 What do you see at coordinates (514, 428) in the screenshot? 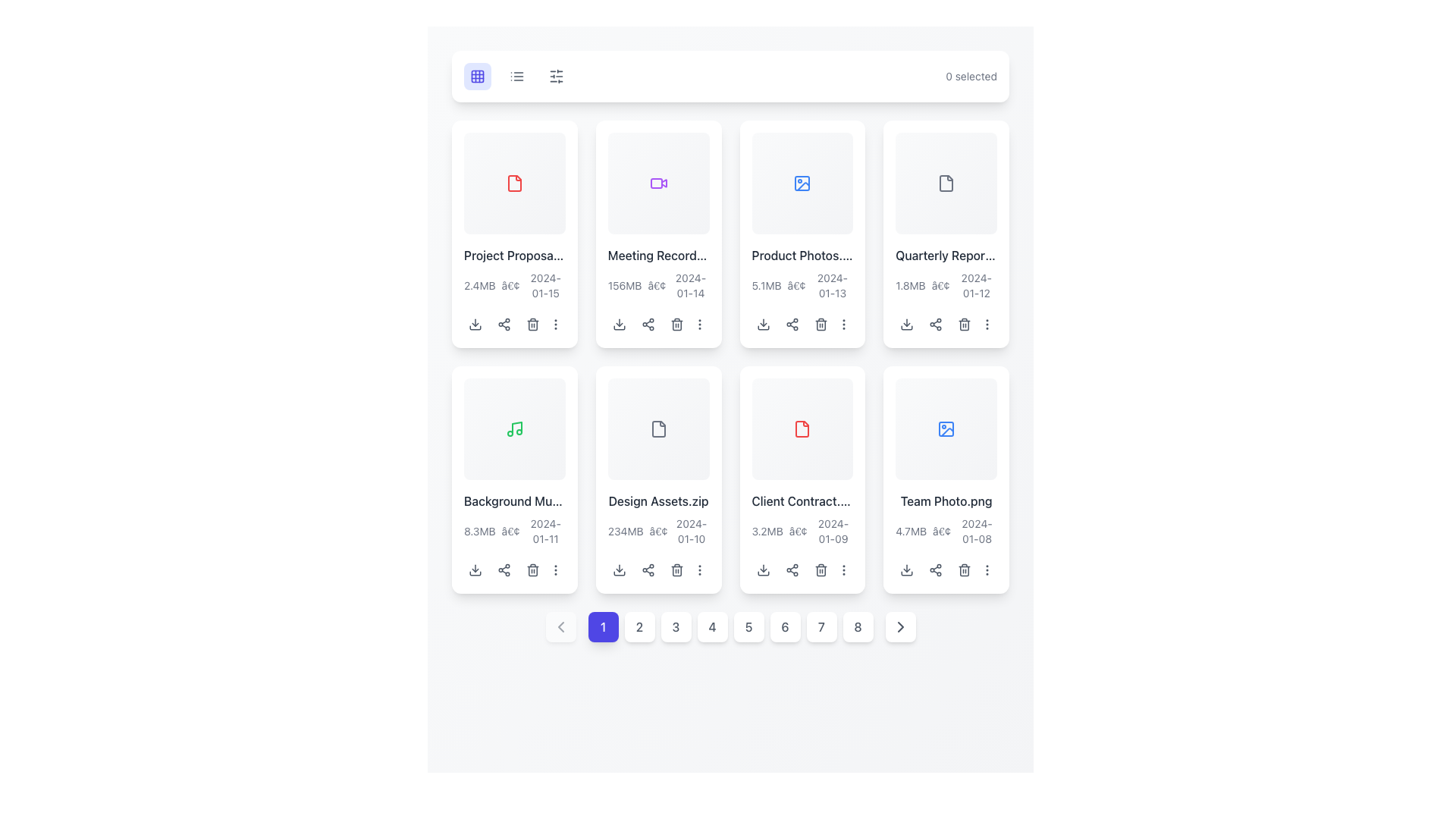
I see `the green-colored musical note icon, which is located in the second row and first column of the grid layout` at bounding box center [514, 428].